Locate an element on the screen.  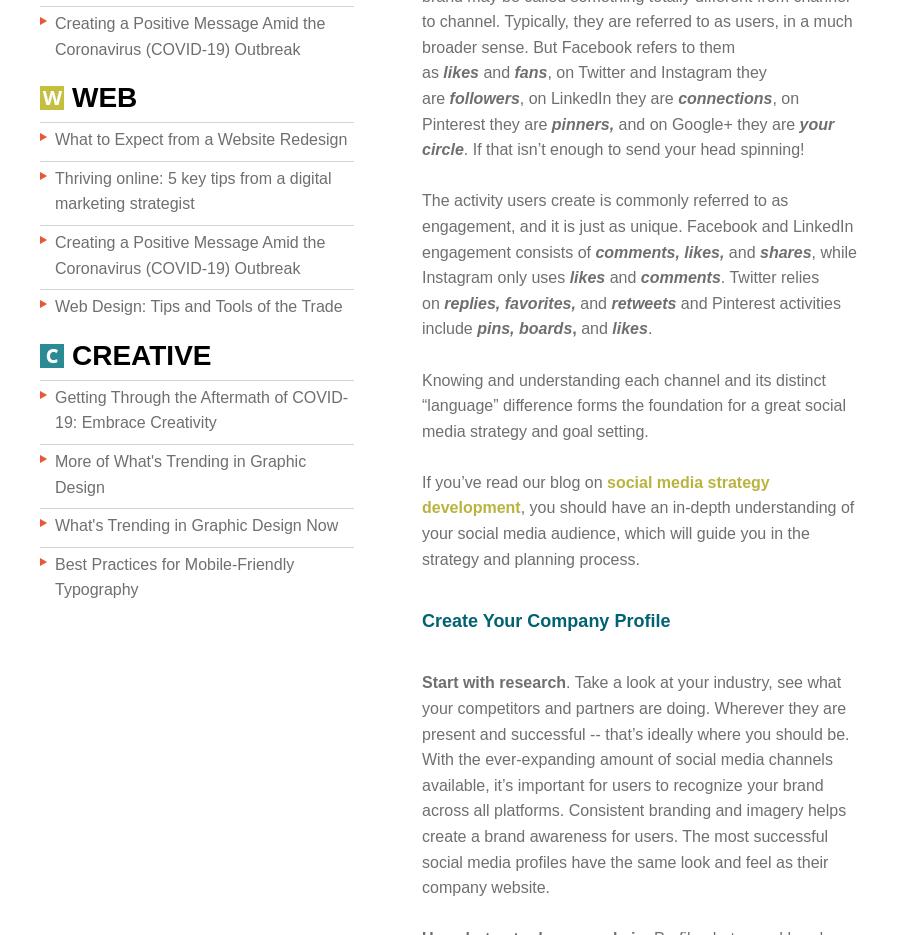
'Getting Through the Aftermath of COVID-19: Embrace Creativity' is located at coordinates (201, 409).